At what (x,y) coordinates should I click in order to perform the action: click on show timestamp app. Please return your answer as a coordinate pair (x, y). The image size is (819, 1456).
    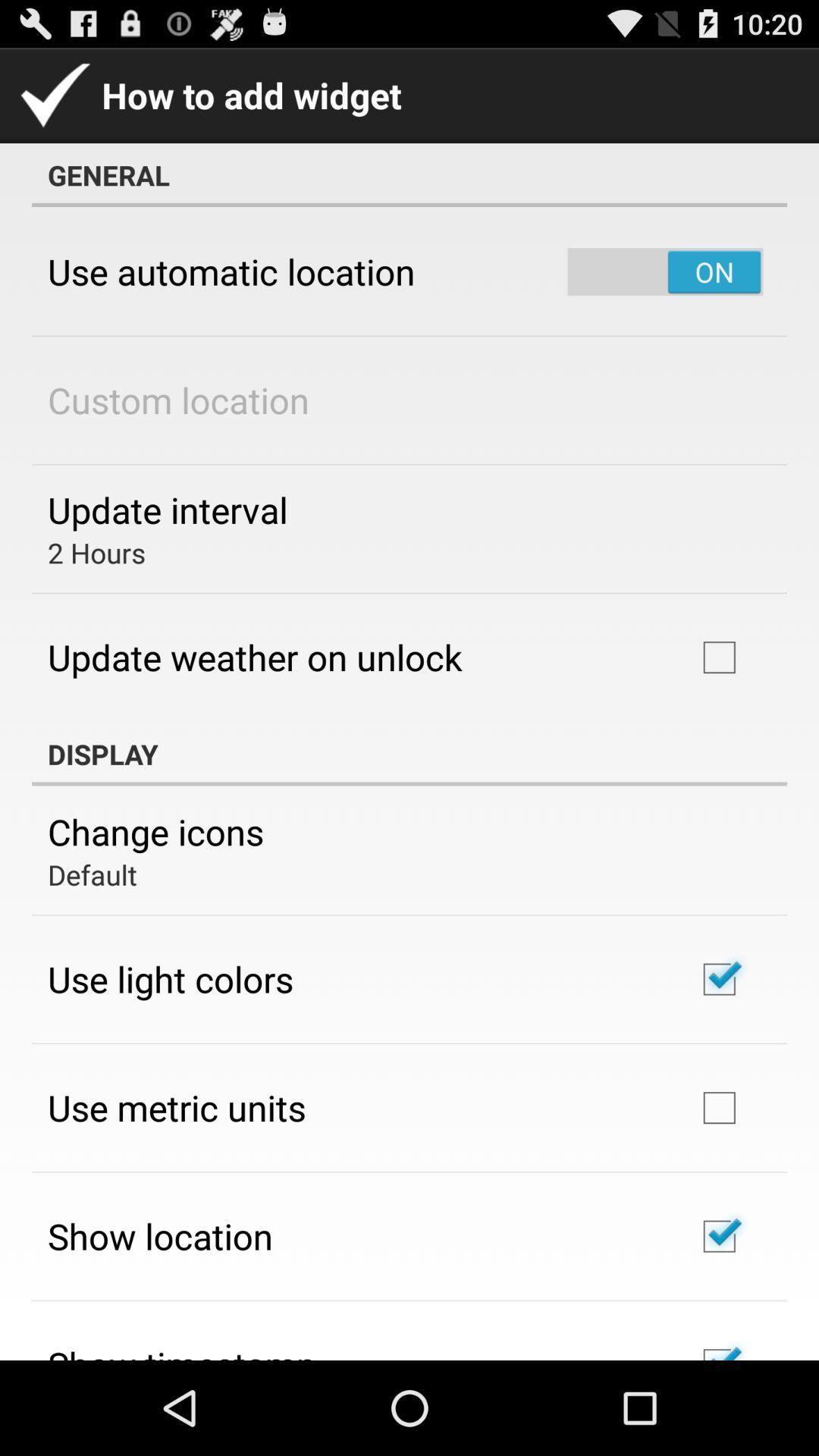
    Looking at the image, I should click on (180, 1350).